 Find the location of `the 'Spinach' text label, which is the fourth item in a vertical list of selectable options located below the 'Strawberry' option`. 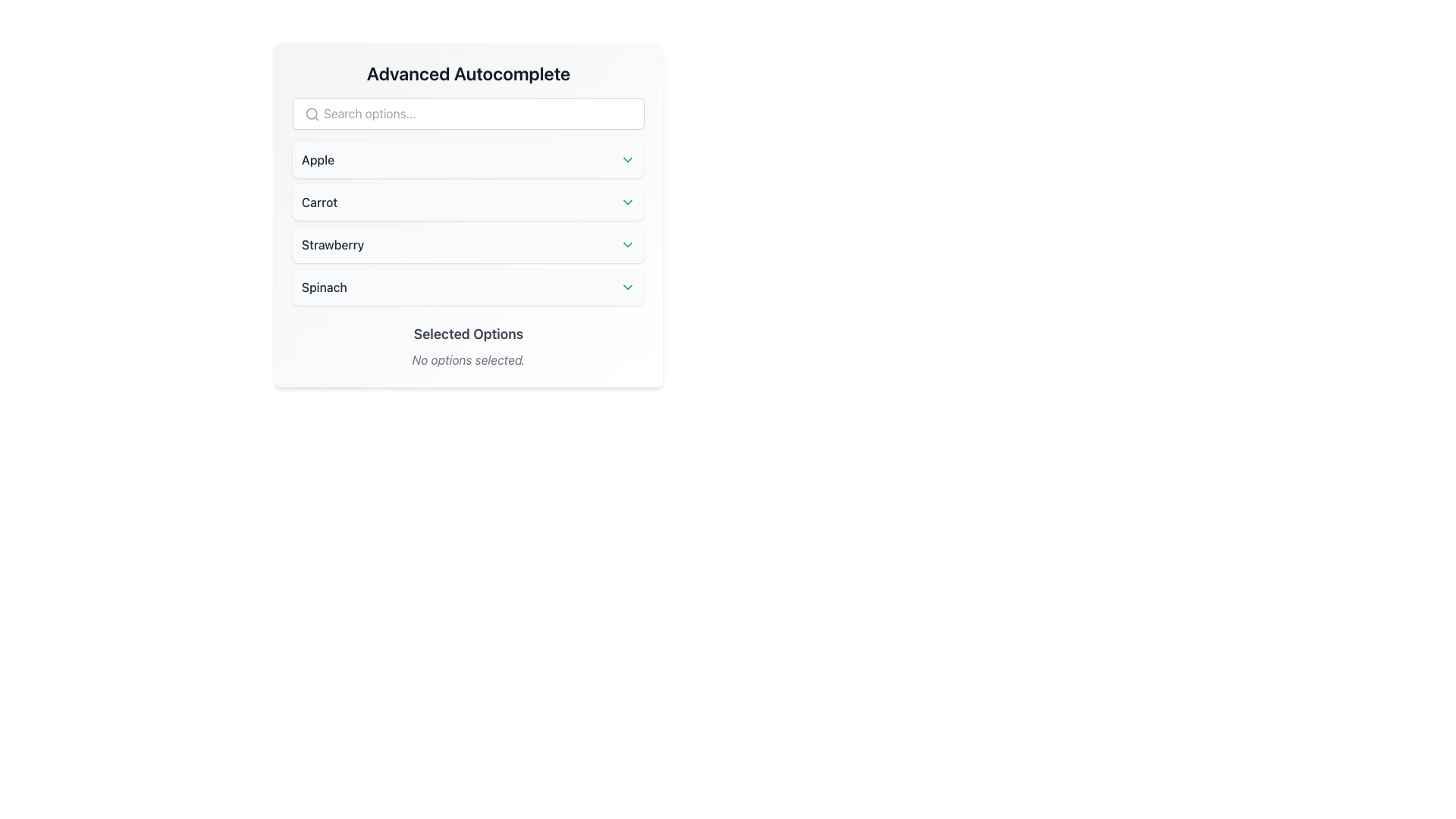

the 'Spinach' text label, which is the fourth item in a vertical list of selectable options located below the 'Strawberry' option is located at coordinates (323, 287).